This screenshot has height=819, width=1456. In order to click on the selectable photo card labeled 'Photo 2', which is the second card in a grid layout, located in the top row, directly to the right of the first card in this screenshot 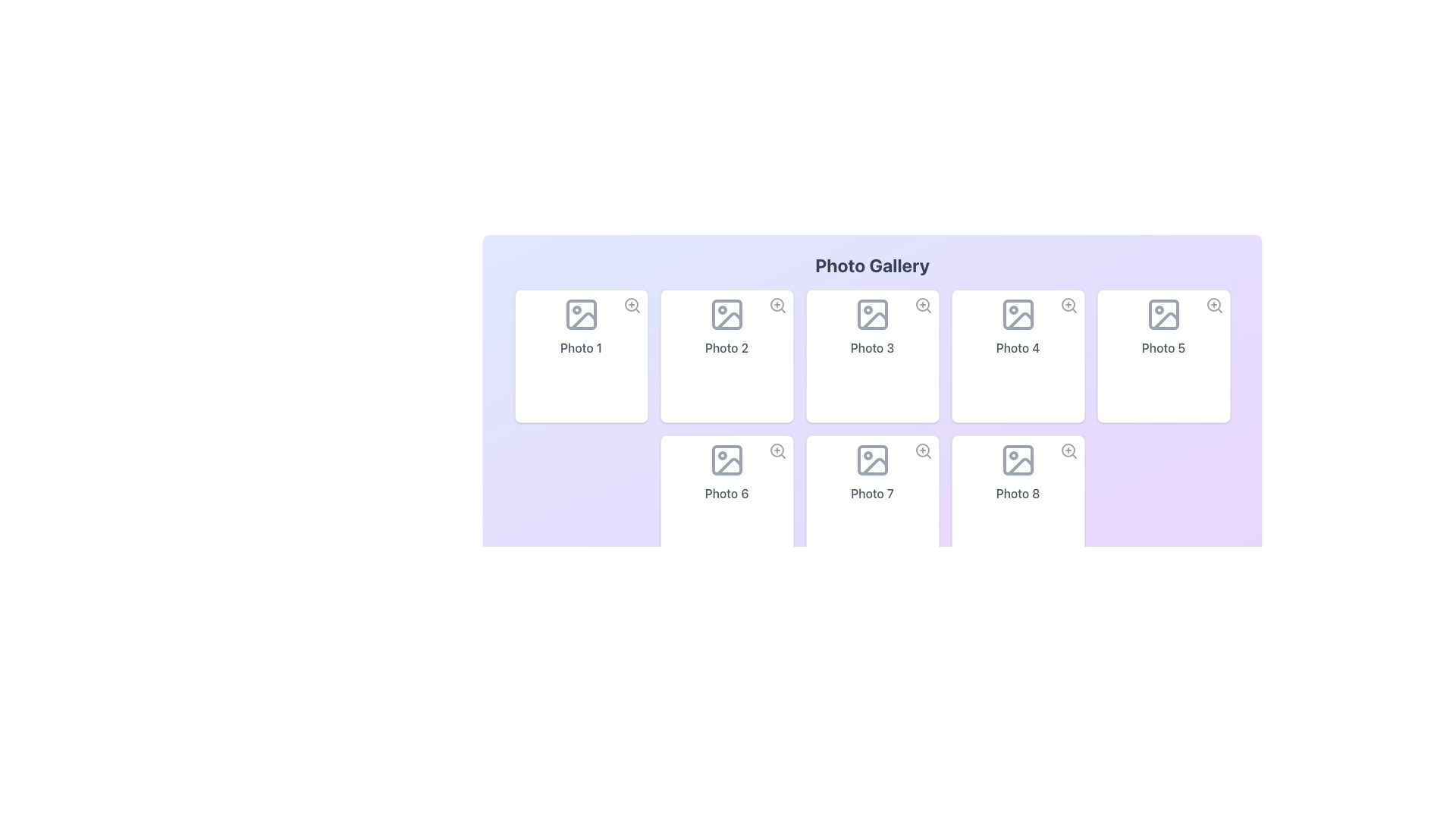, I will do `click(726, 356)`.